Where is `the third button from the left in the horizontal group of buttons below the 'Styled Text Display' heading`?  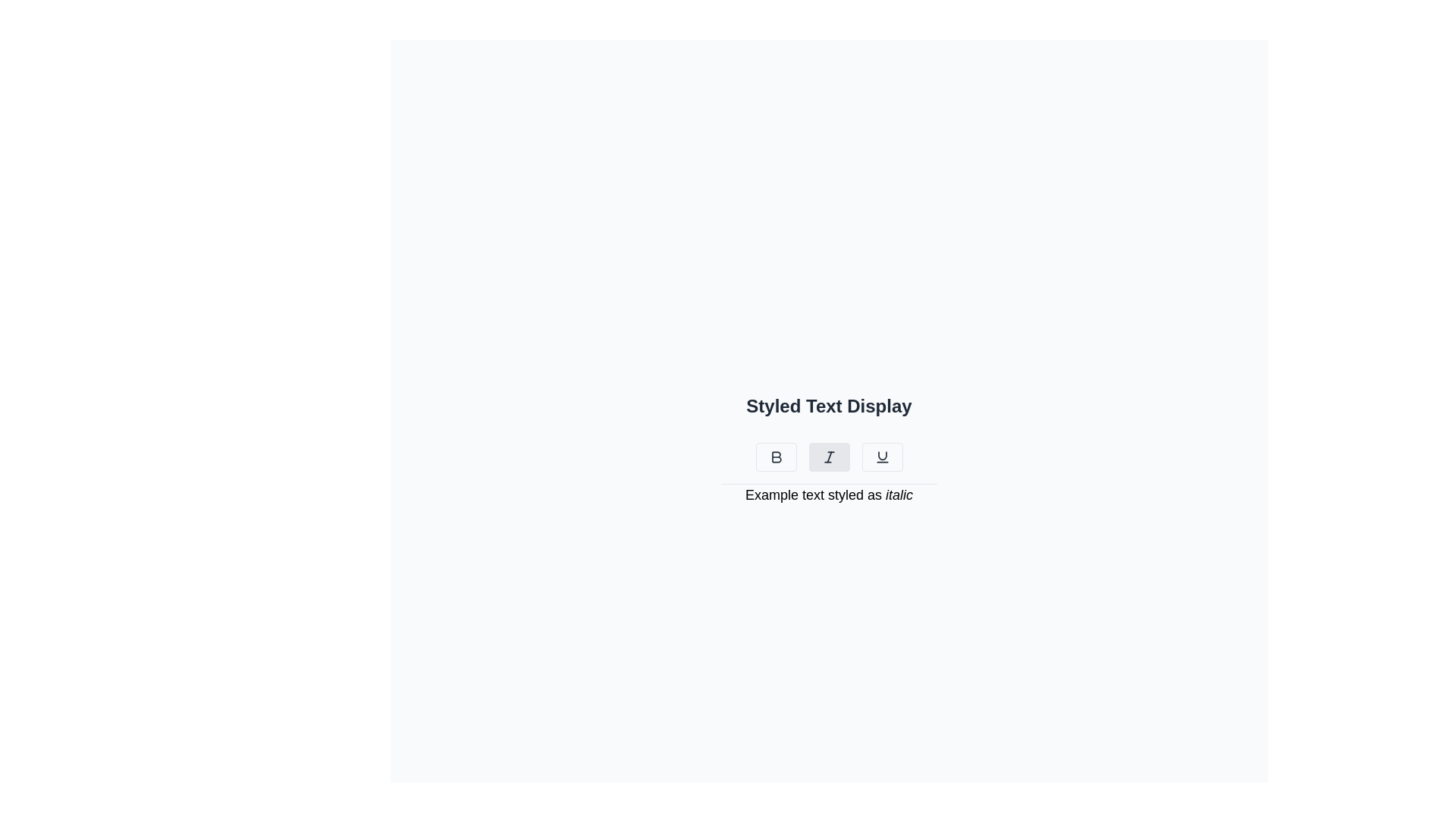
the third button from the left in the horizontal group of buttons below the 'Styled Text Display' heading is located at coordinates (882, 456).